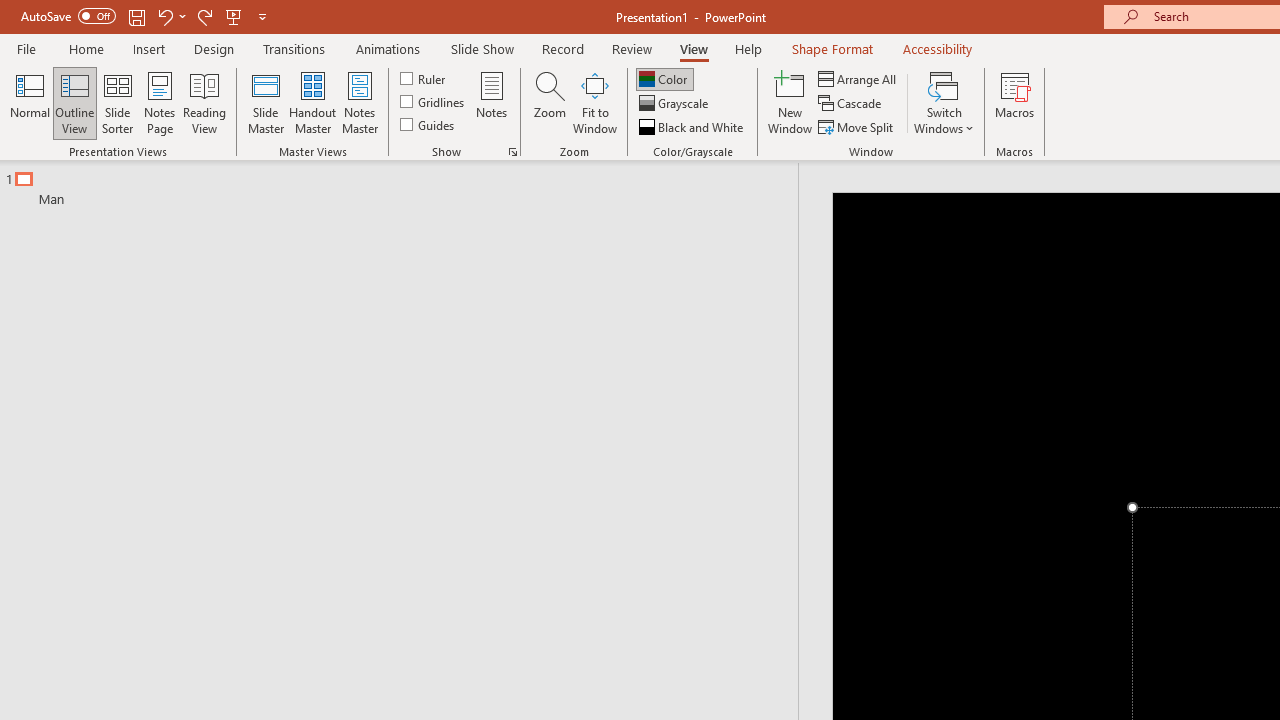 Image resolution: width=1280 pixels, height=720 pixels. I want to click on 'Notes Page', so click(160, 103).